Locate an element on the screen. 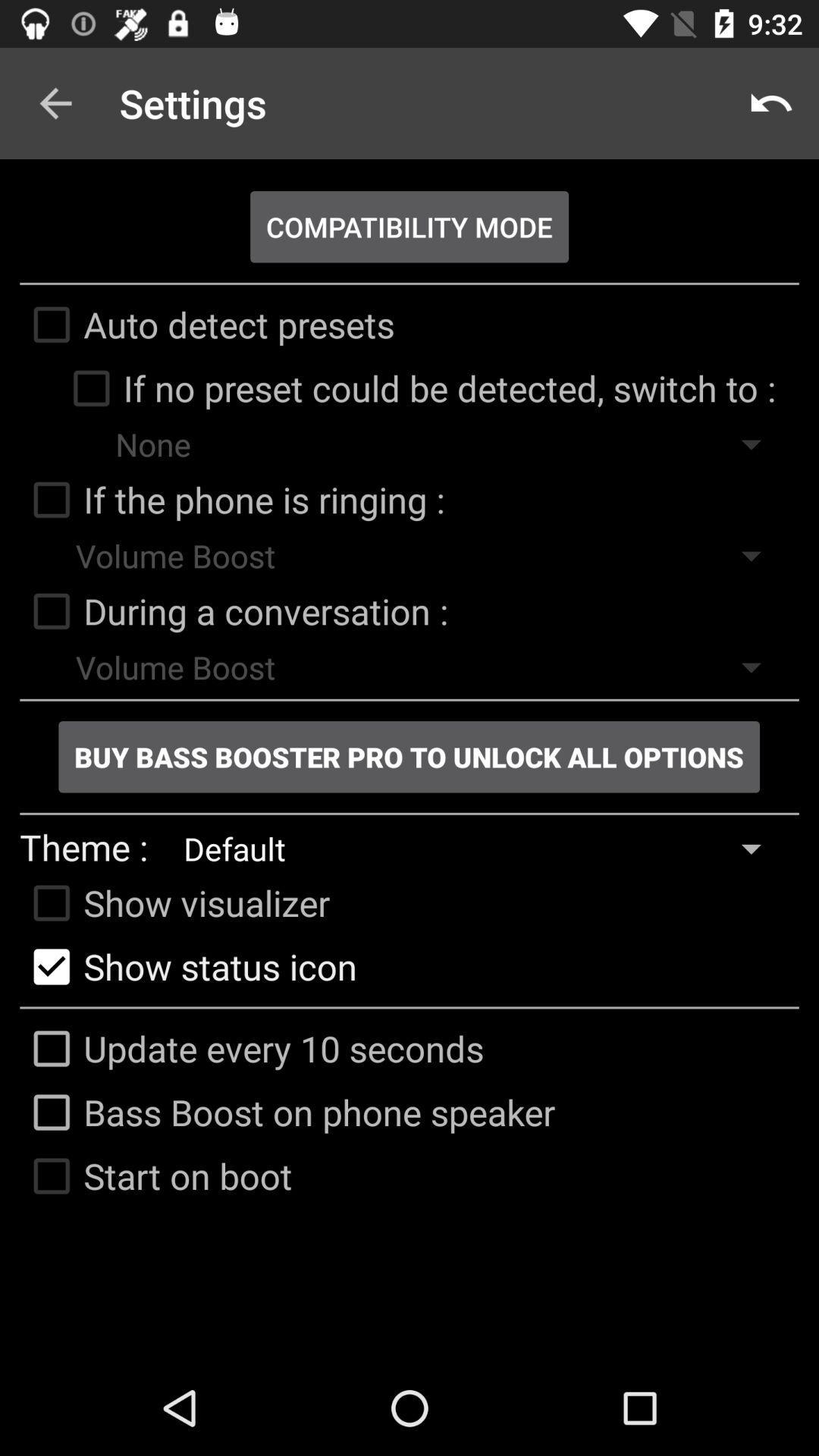 This screenshot has width=819, height=1456. the item below auto detect presets is located at coordinates (417, 388).